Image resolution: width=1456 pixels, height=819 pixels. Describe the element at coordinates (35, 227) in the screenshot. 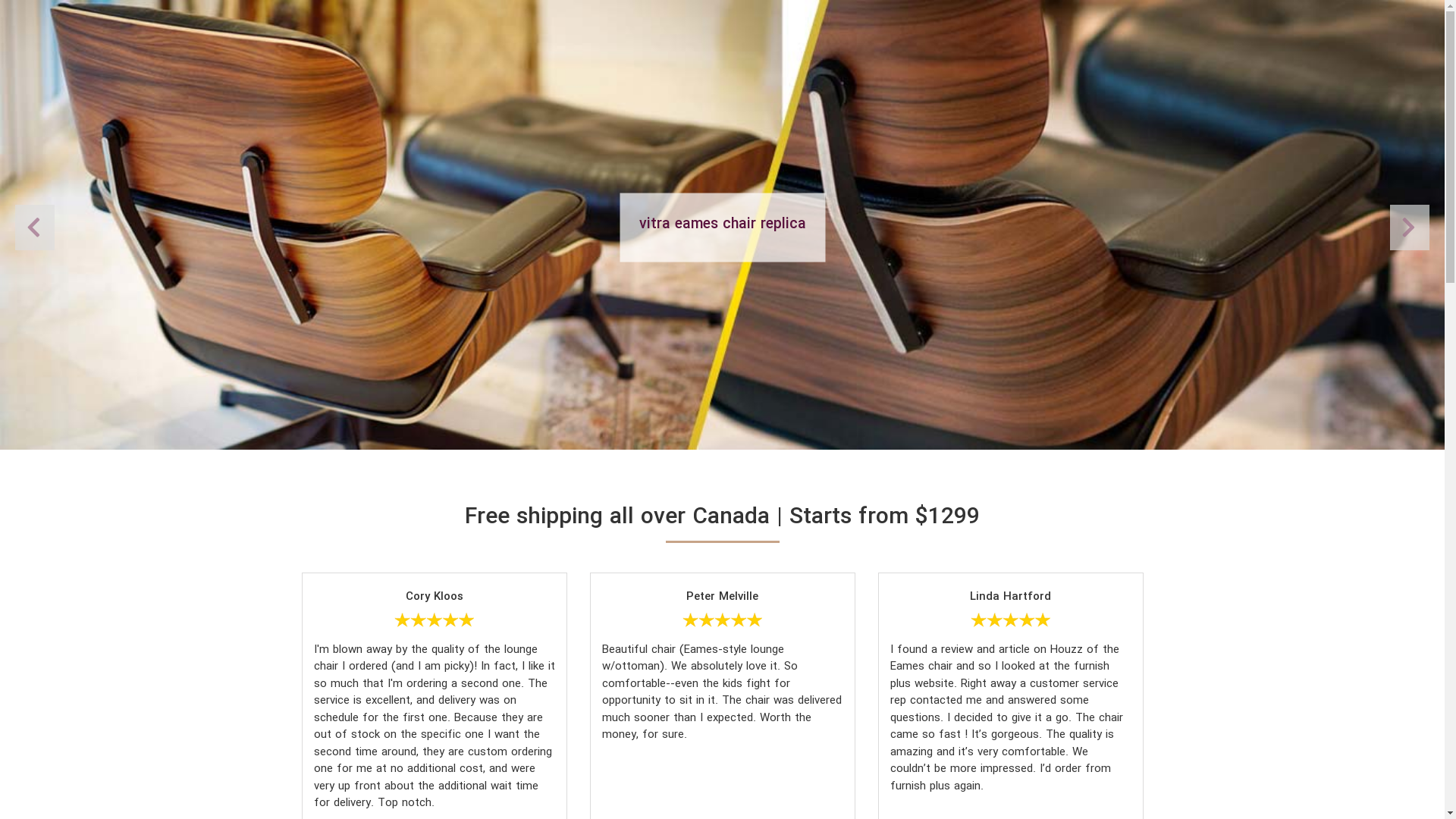

I see `'Next'` at that location.